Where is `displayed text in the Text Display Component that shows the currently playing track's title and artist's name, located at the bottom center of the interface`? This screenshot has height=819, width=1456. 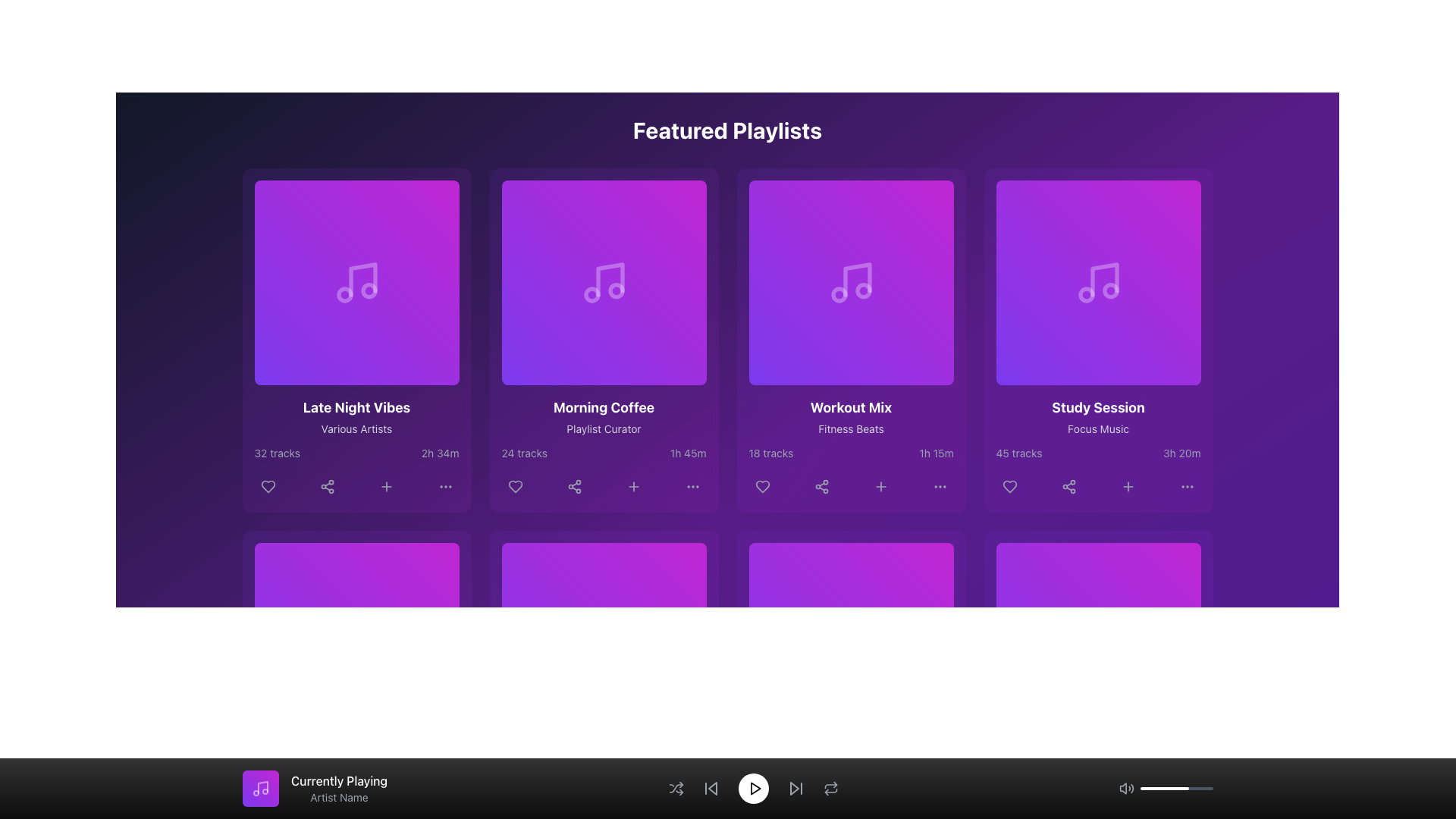 displayed text in the Text Display Component that shows the currently playing track's title and artist's name, located at the bottom center of the interface is located at coordinates (338, 788).